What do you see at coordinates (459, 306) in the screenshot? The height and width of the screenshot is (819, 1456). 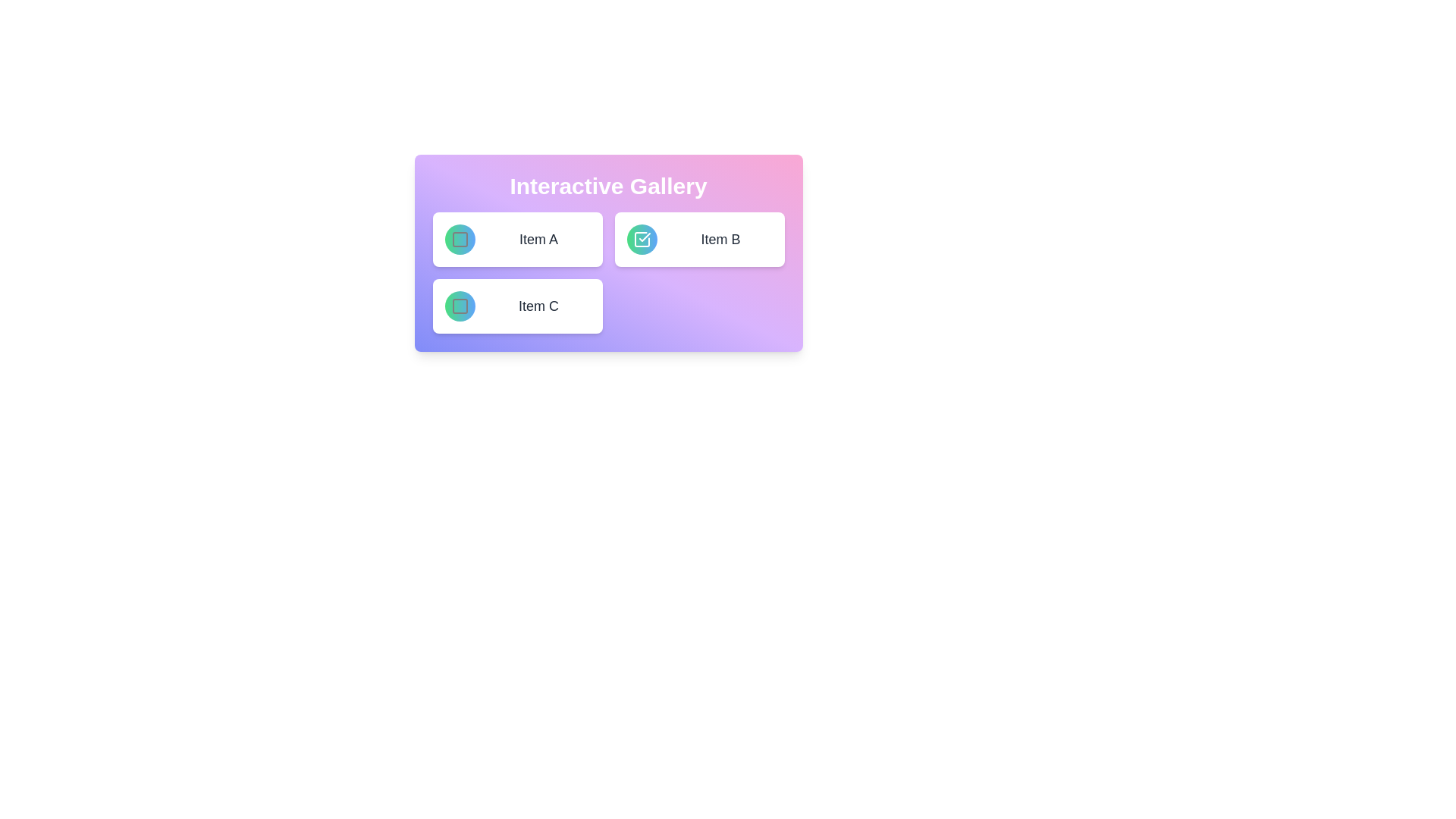 I see `the circular button with a gradient background and a gray outlined square icon, located to the left of the text label 'Item C'` at bounding box center [459, 306].